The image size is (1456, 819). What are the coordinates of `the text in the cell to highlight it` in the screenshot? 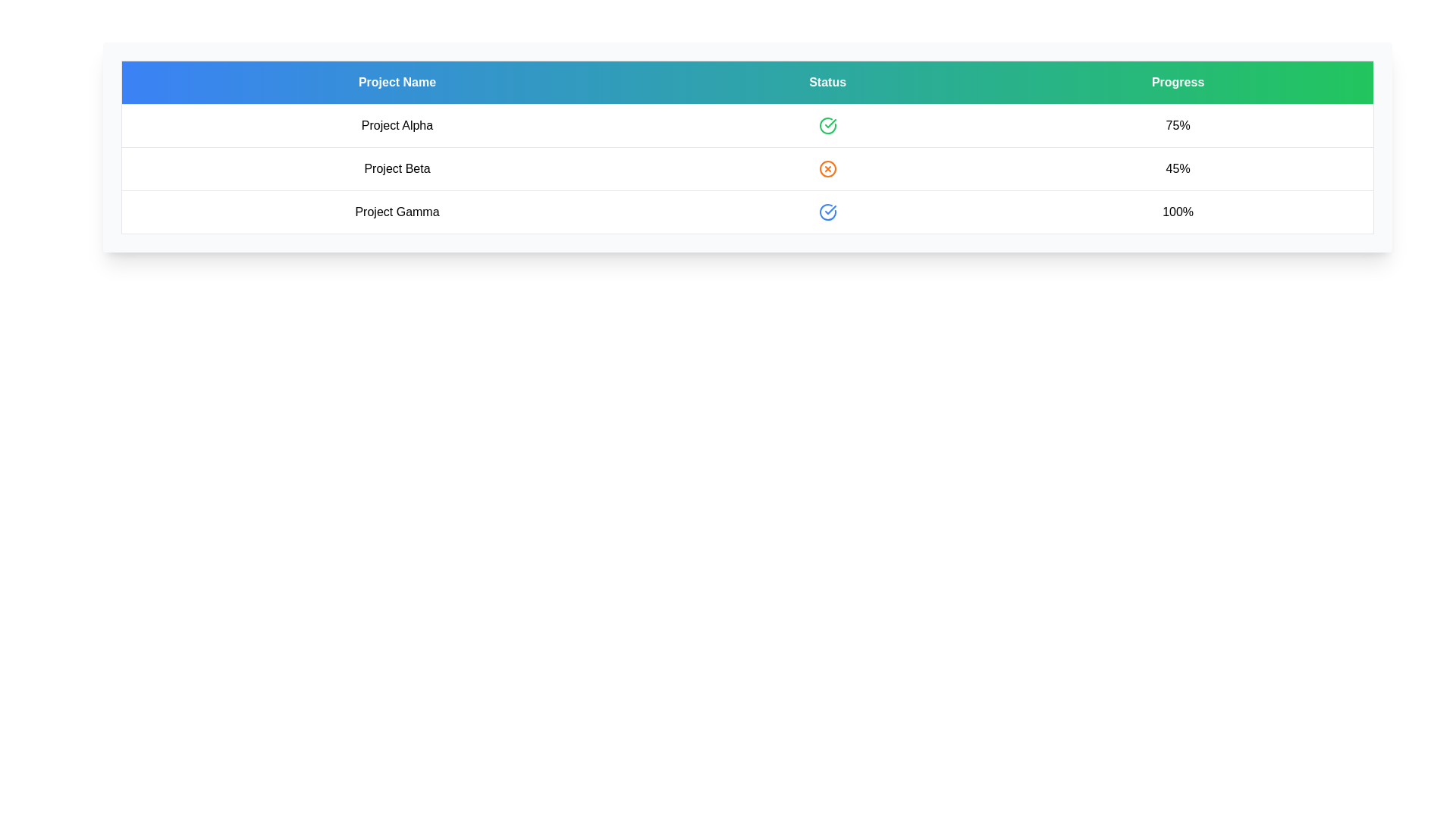 It's located at (397, 124).